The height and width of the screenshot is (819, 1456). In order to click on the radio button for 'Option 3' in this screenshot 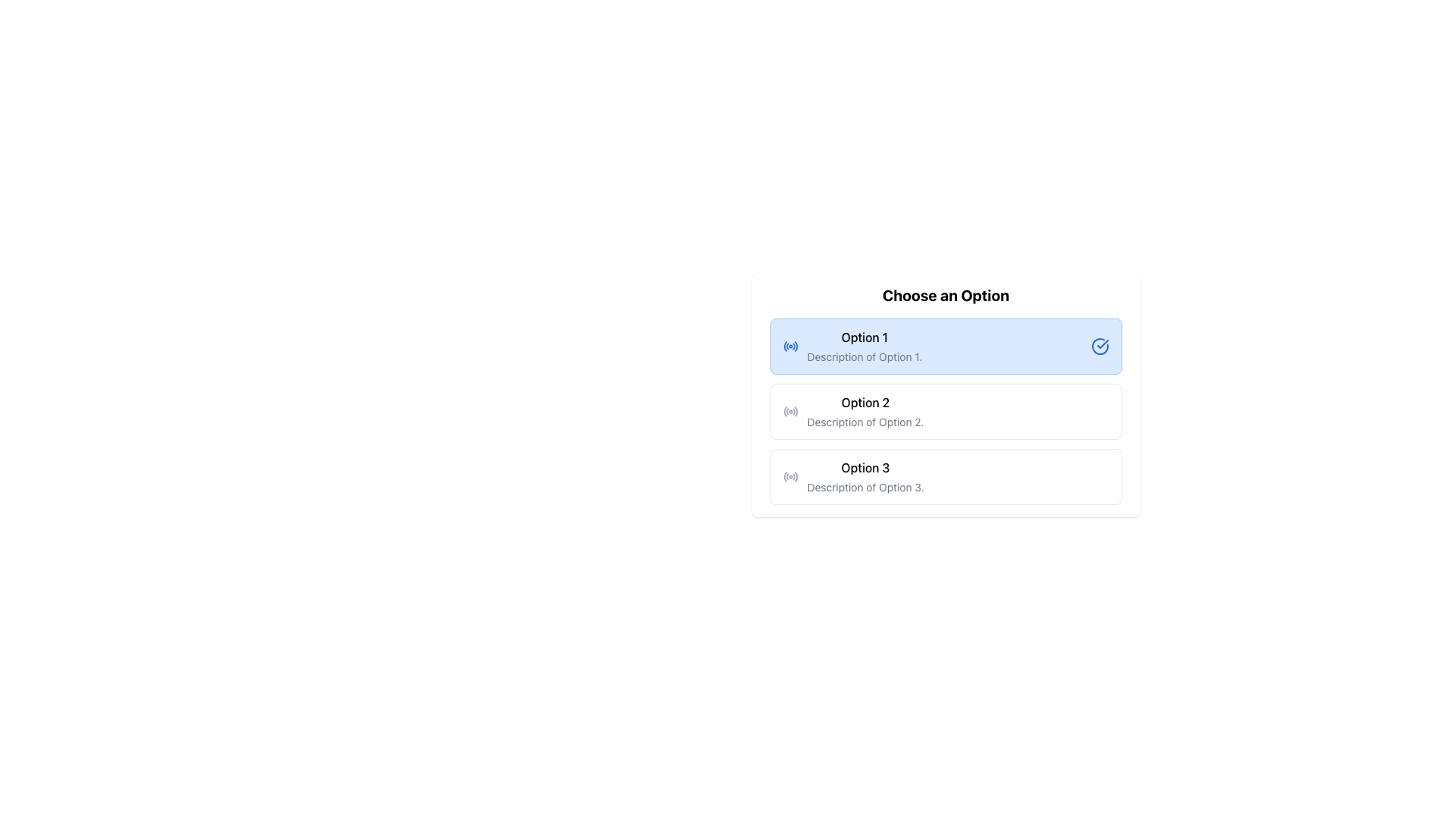, I will do `click(789, 475)`.